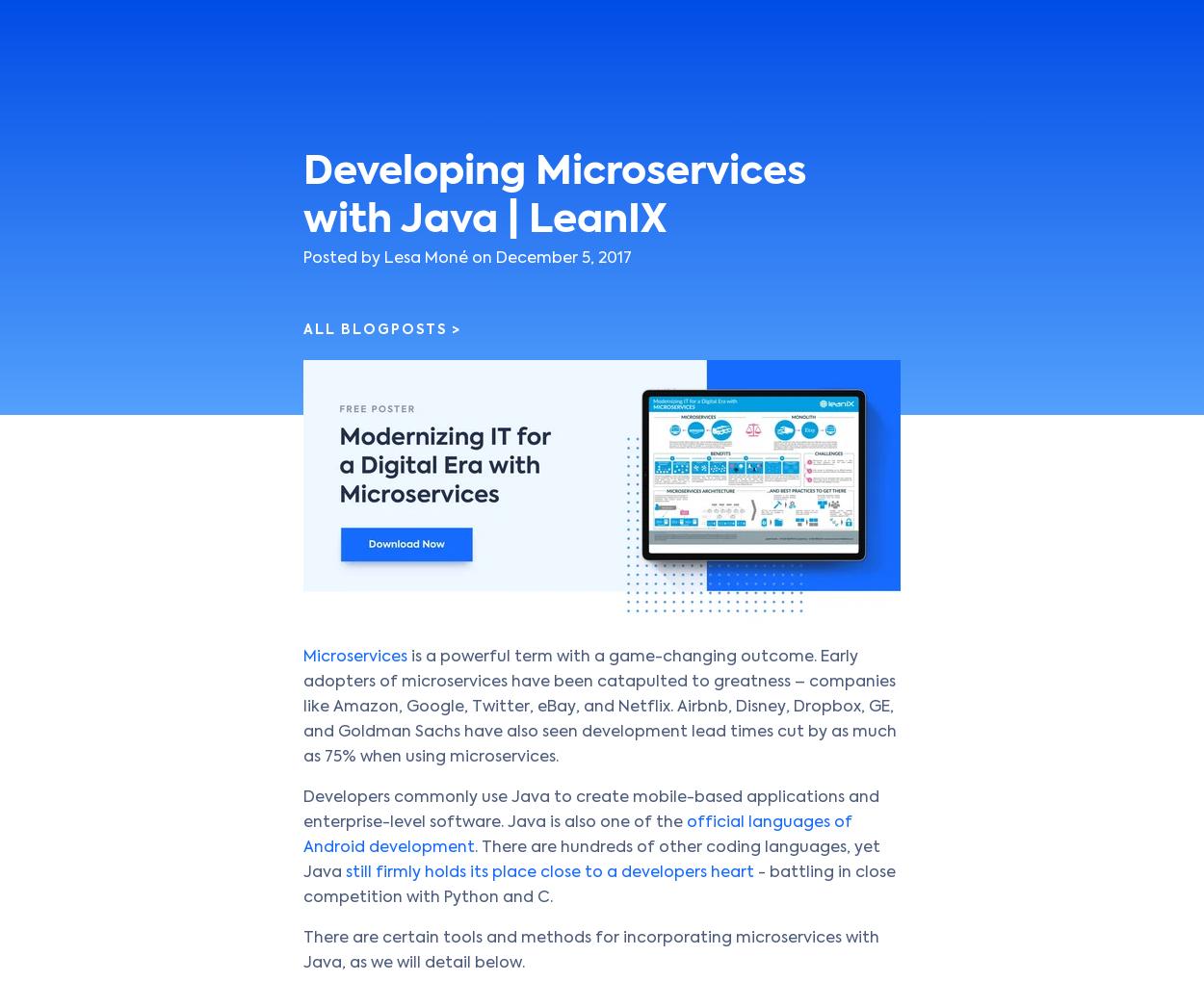  Describe the element at coordinates (355, 934) in the screenshot. I see `'Atlassian Confluence Vulnerability: Should You Worry?'` at that location.